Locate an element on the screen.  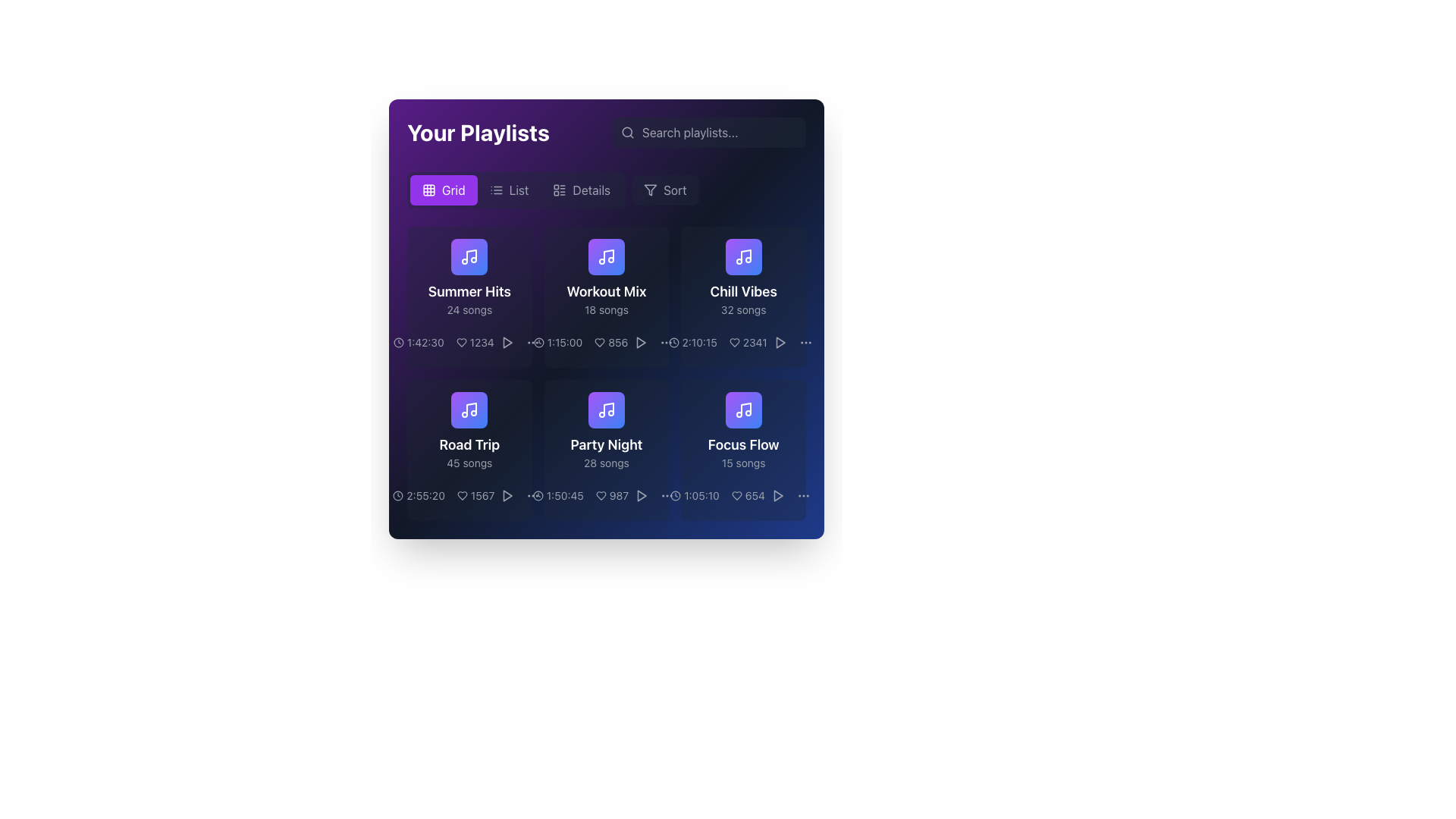
the static text label indicating the number of likes or favorites for the 'Party Night' playlist, located below the playlist title and to the right of the time duration text '1:50:45' is located at coordinates (612, 496).